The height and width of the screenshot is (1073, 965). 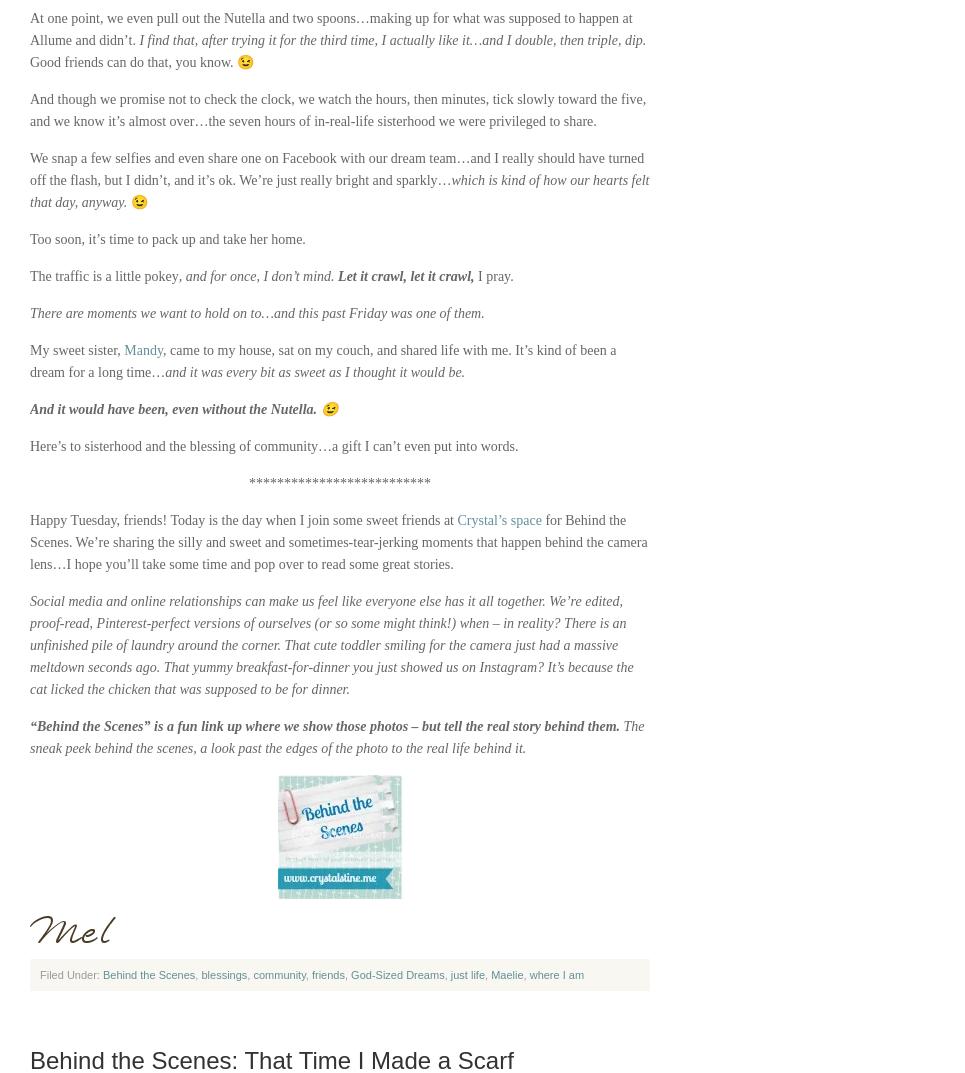 What do you see at coordinates (329, 28) in the screenshot?
I see `'At one point, we even pull out the Nutella and two spoons…making up for what was supposed to happen at Allume and didn’t.'` at bounding box center [329, 28].